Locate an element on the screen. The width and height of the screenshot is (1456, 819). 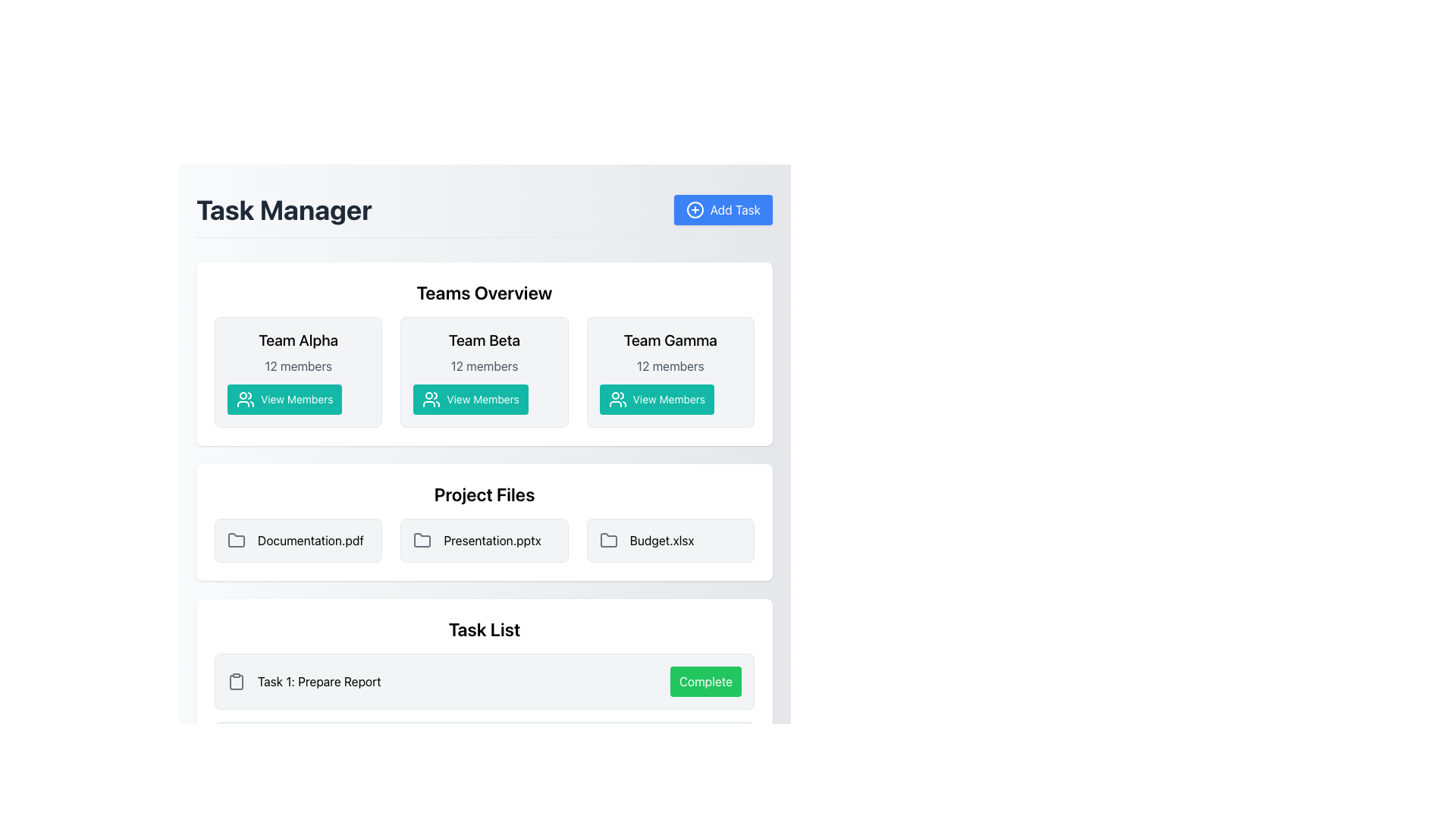
the circular plus icon located to the left of the text label in the 'Add Task' button in the top-right corner of the interface, indirectly triggering the button is located at coordinates (694, 210).